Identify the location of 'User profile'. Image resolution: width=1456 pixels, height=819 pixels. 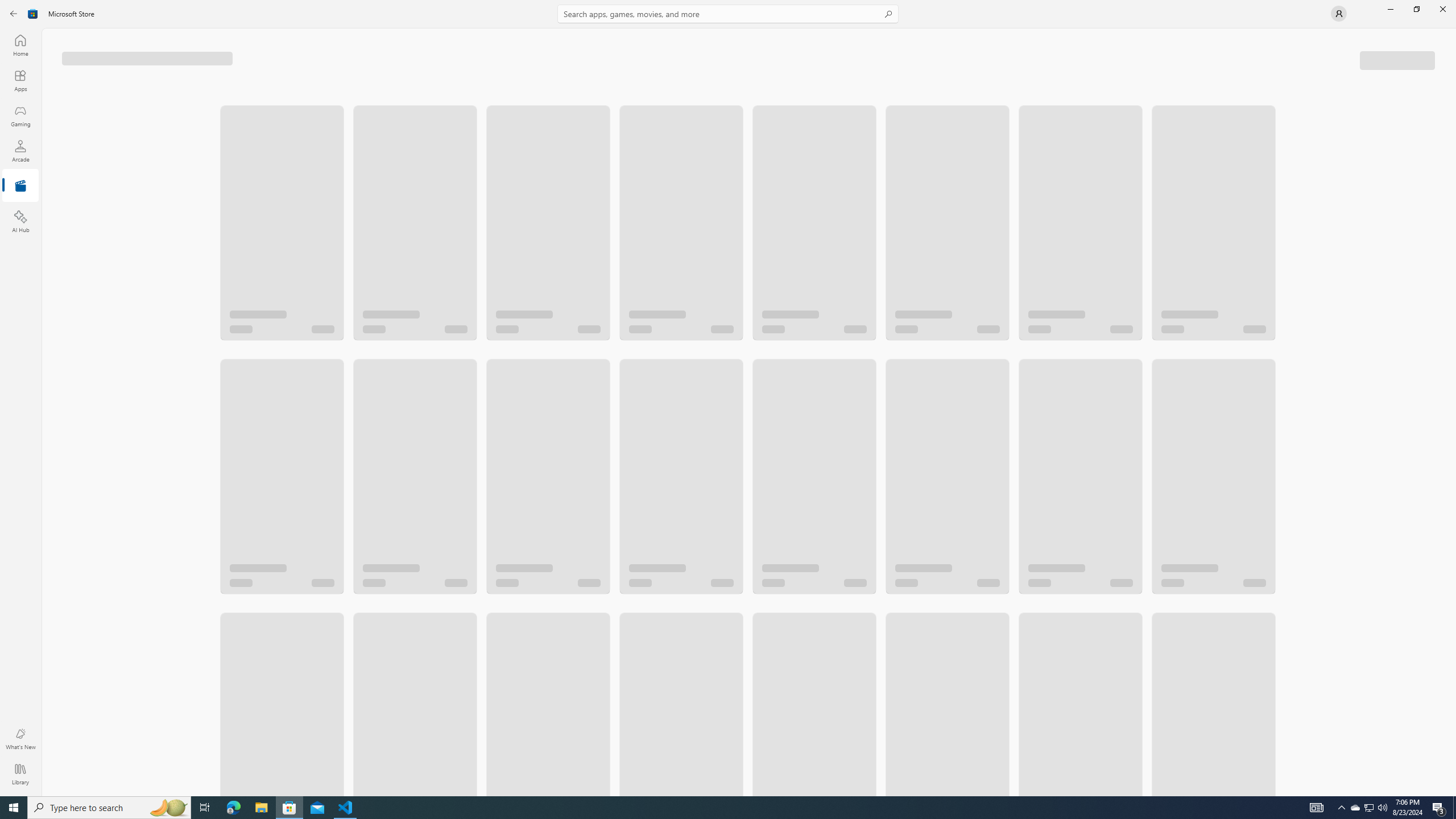
(1338, 13).